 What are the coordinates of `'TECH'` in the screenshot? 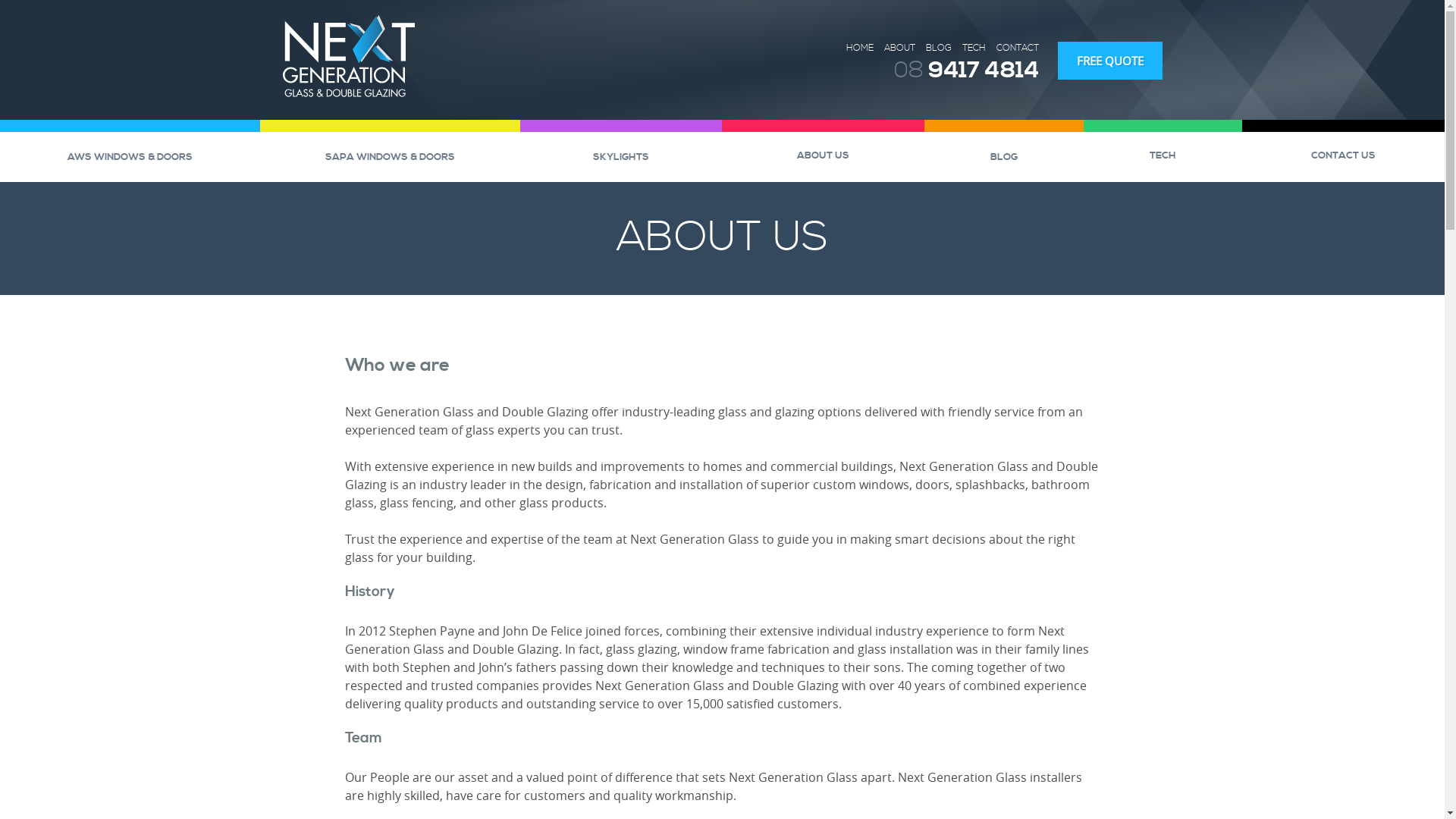 It's located at (1083, 155).